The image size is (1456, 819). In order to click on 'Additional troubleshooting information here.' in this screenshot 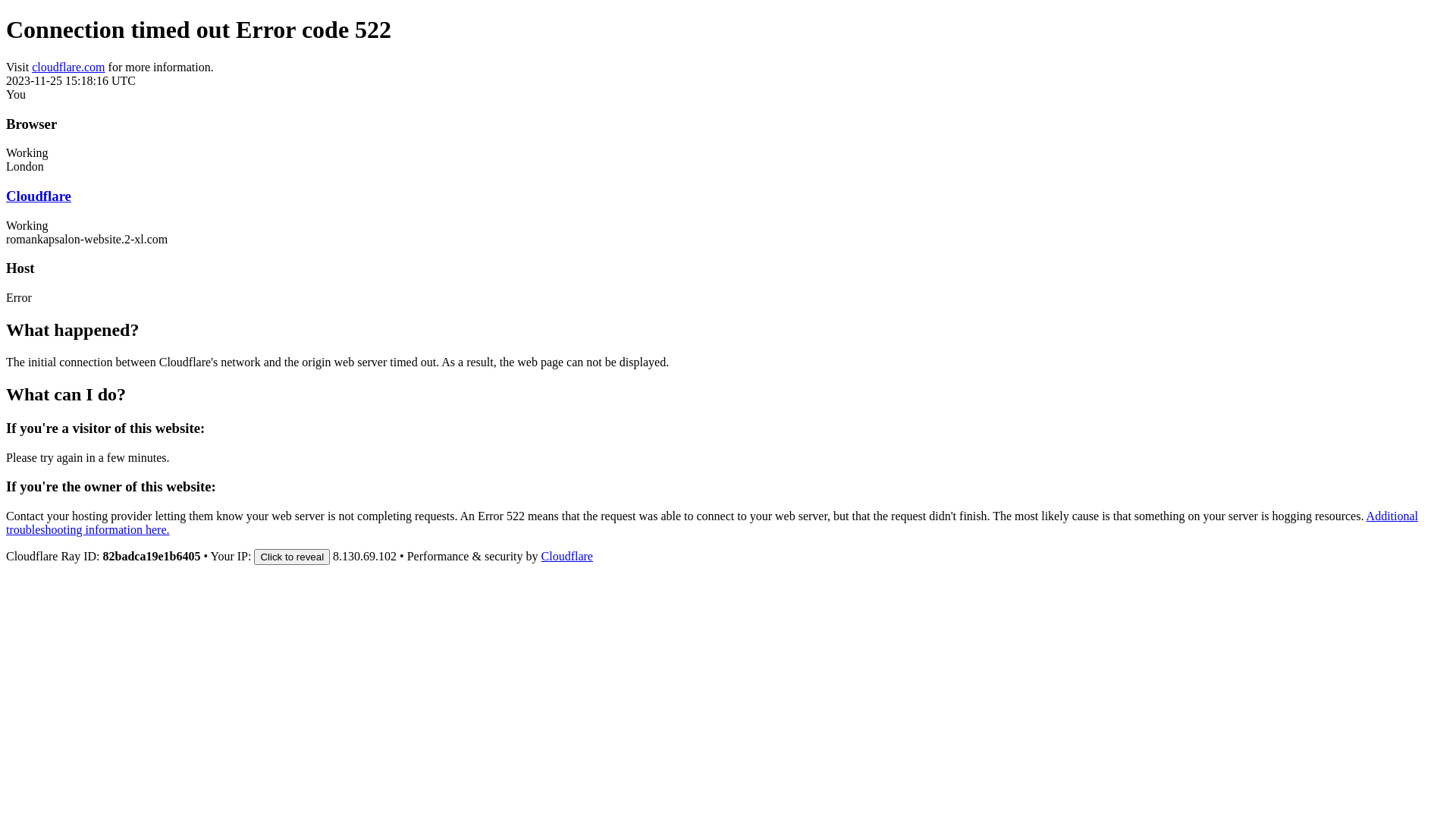, I will do `click(711, 522)`.